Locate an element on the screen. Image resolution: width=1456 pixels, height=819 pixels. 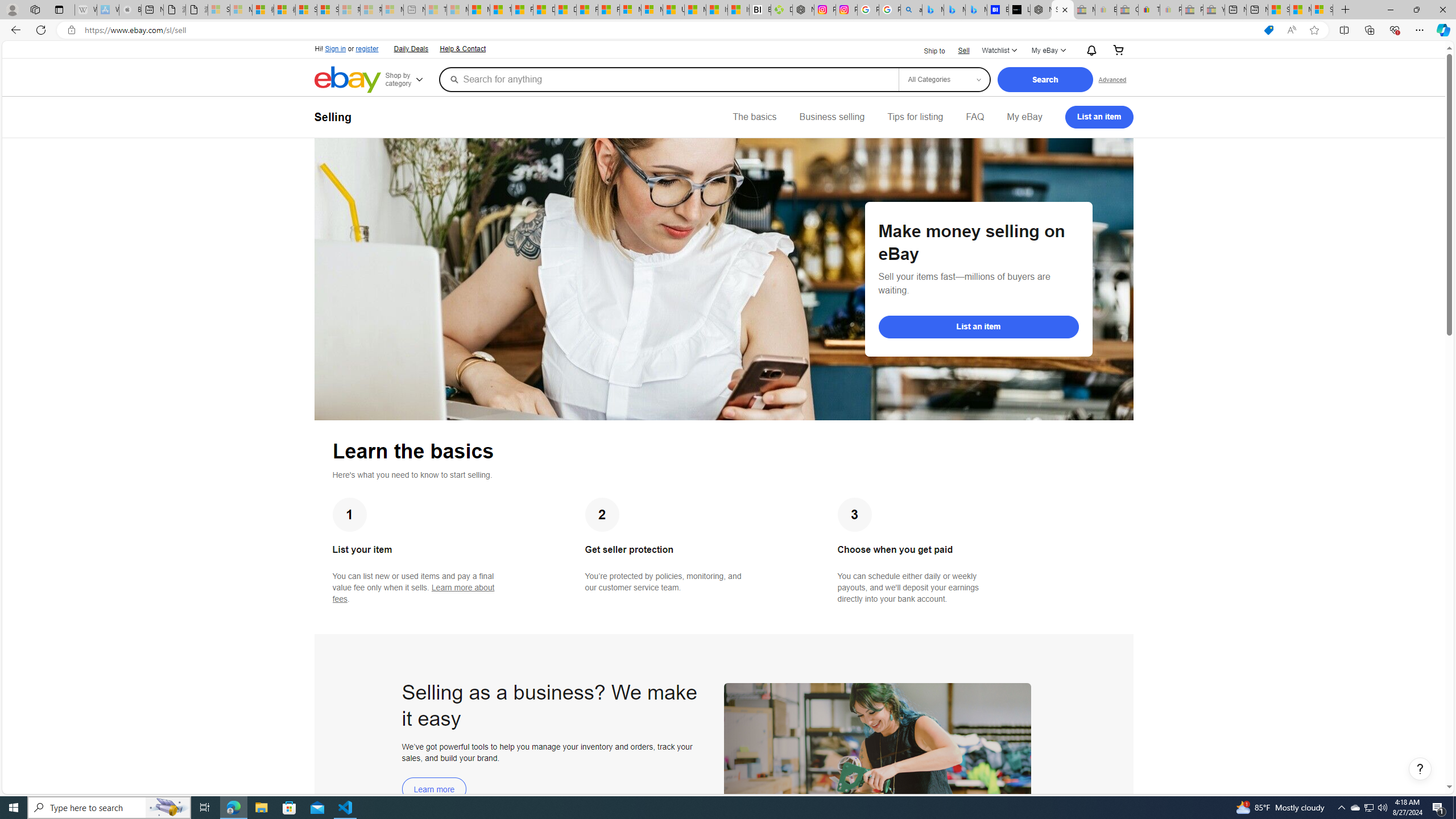
'The basics' is located at coordinates (754, 116).